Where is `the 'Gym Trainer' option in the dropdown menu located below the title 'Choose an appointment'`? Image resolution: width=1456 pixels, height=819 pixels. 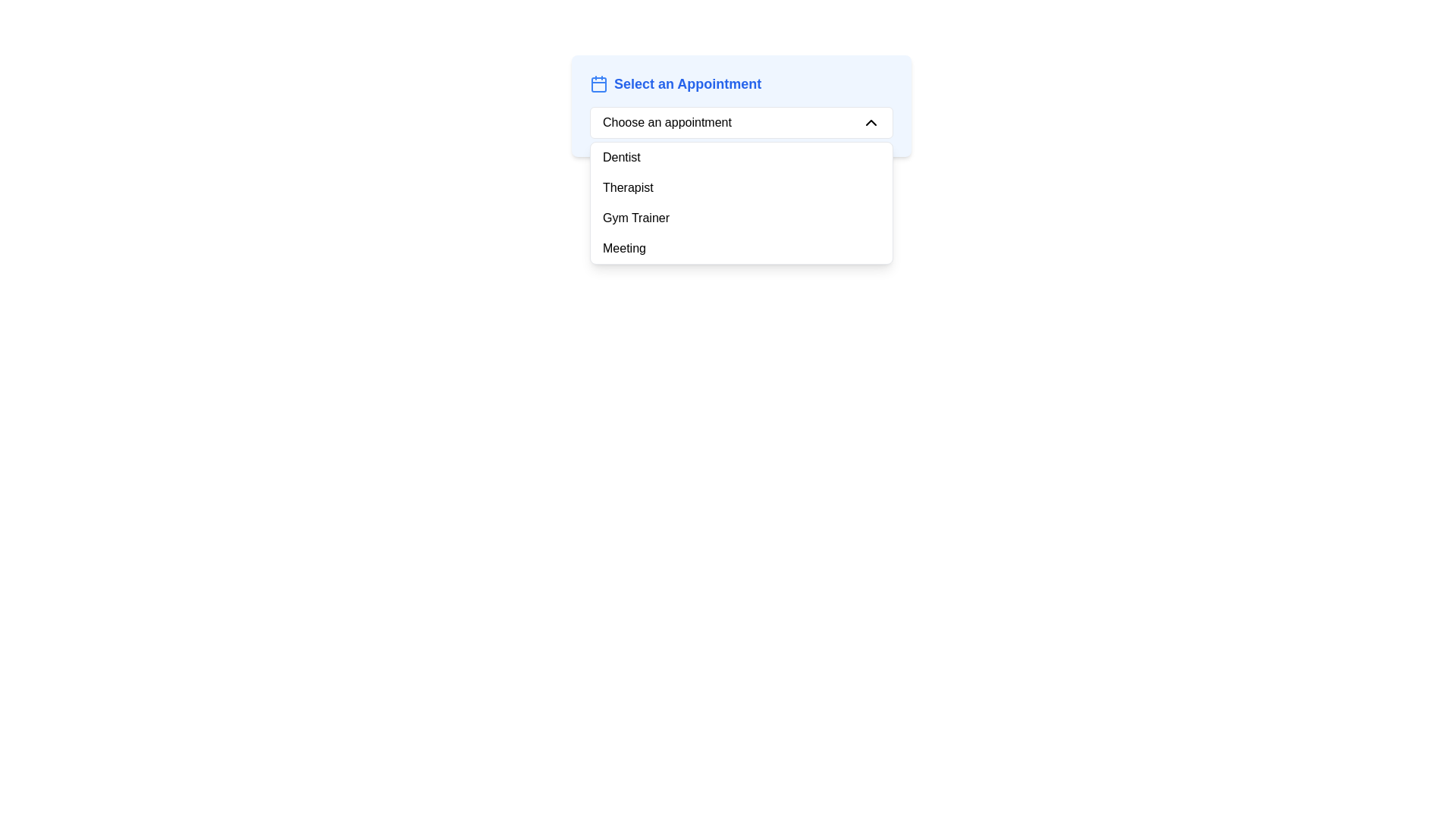
the 'Gym Trainer' option in the dropdown menu located below the title 'Choose an appointment' is located at coordinates (742, 218).